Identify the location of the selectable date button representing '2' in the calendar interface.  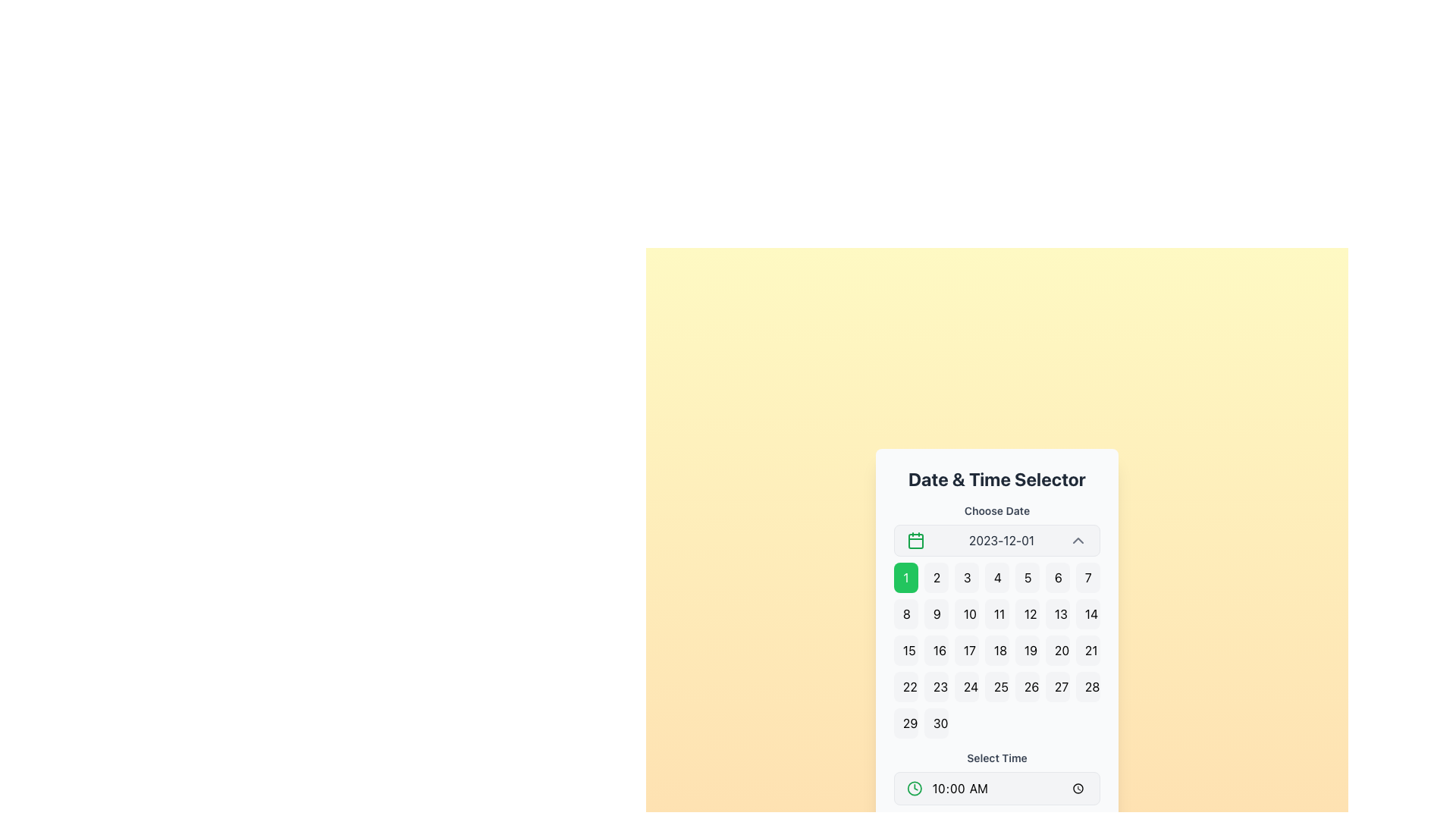
(935, 578).